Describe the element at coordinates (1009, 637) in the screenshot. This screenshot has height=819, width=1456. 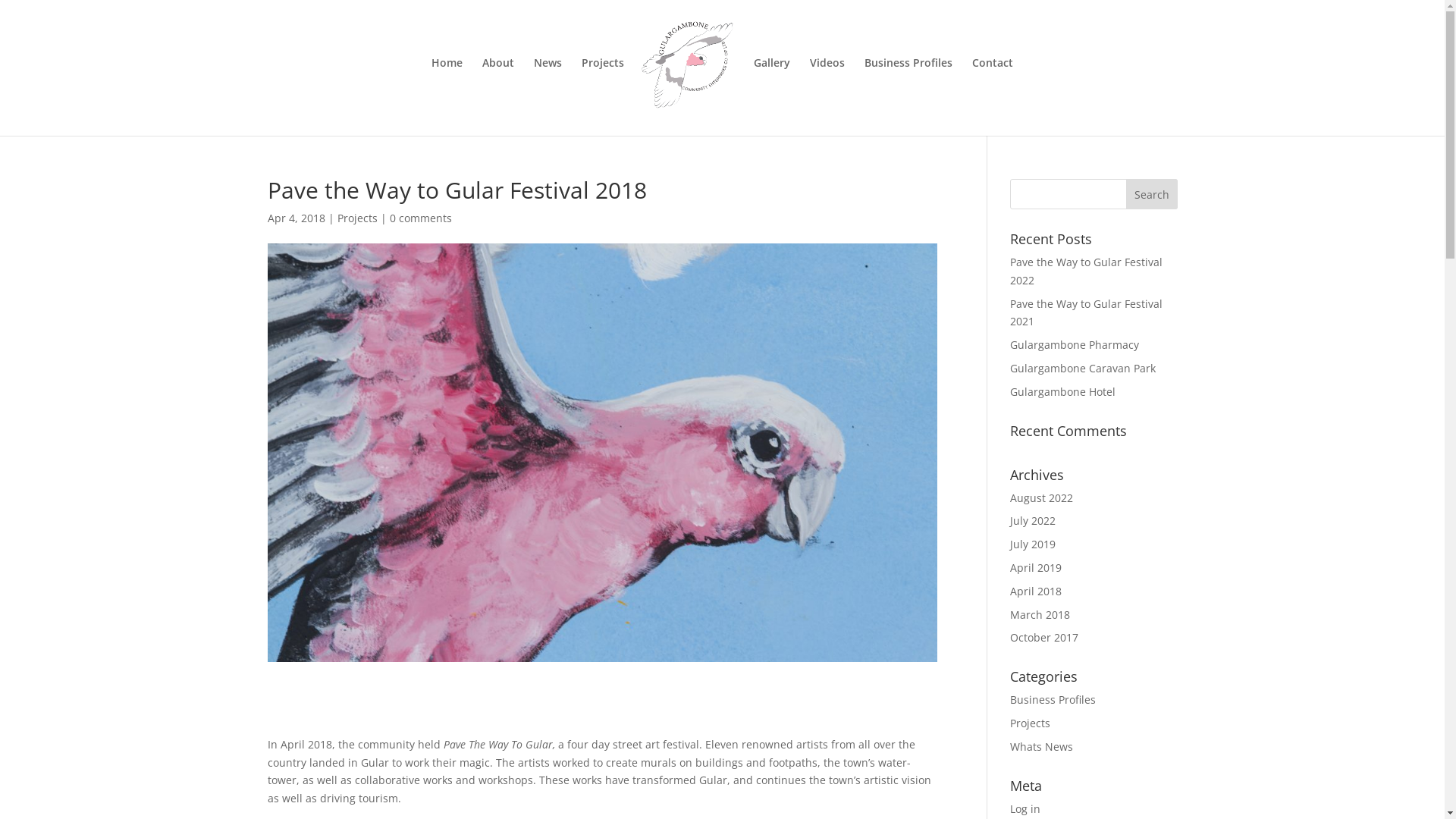
I see `'October 2017'` at that location.